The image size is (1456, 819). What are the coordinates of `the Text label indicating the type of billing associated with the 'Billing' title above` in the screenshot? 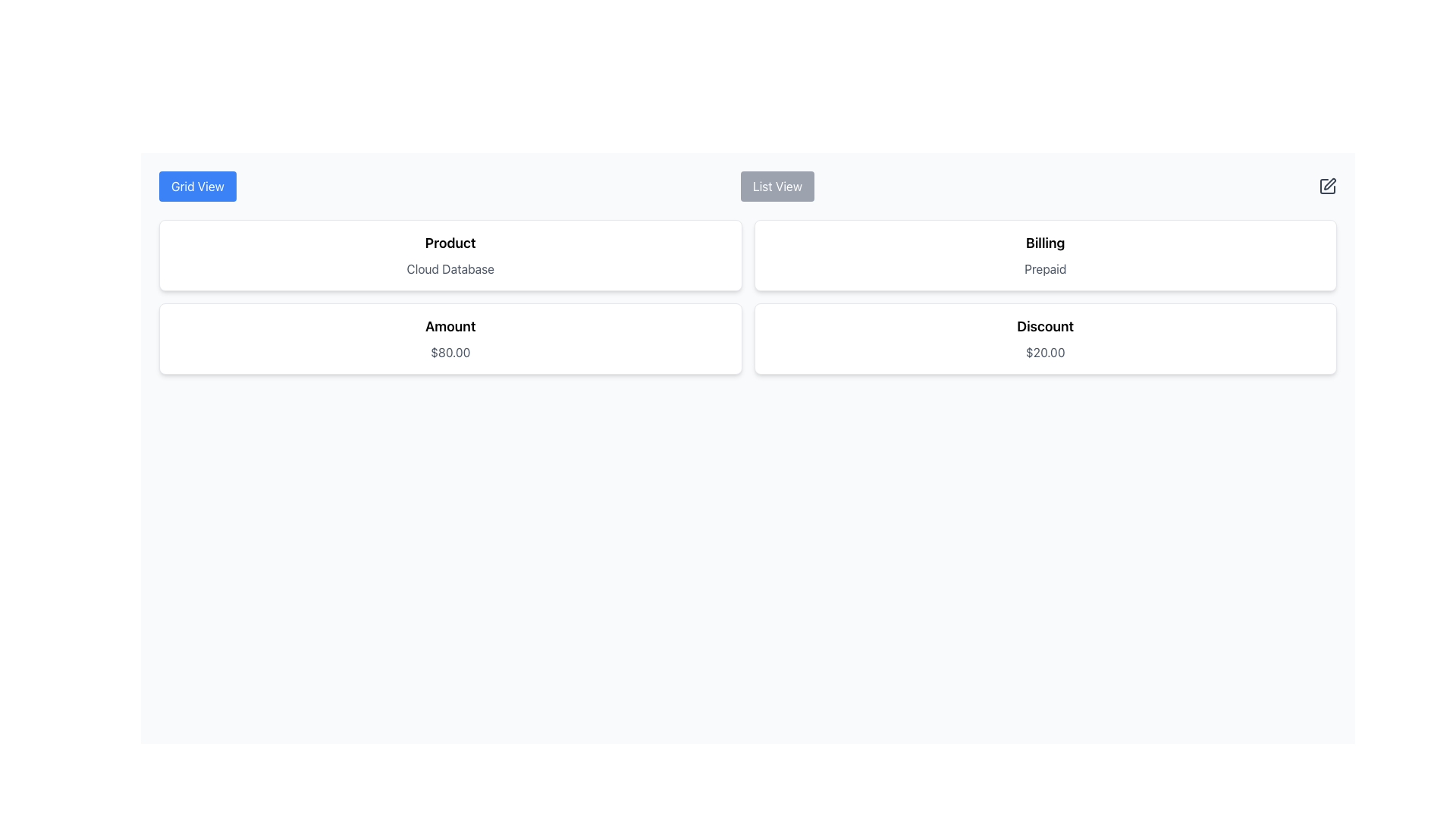 It's located at (1044, 268).